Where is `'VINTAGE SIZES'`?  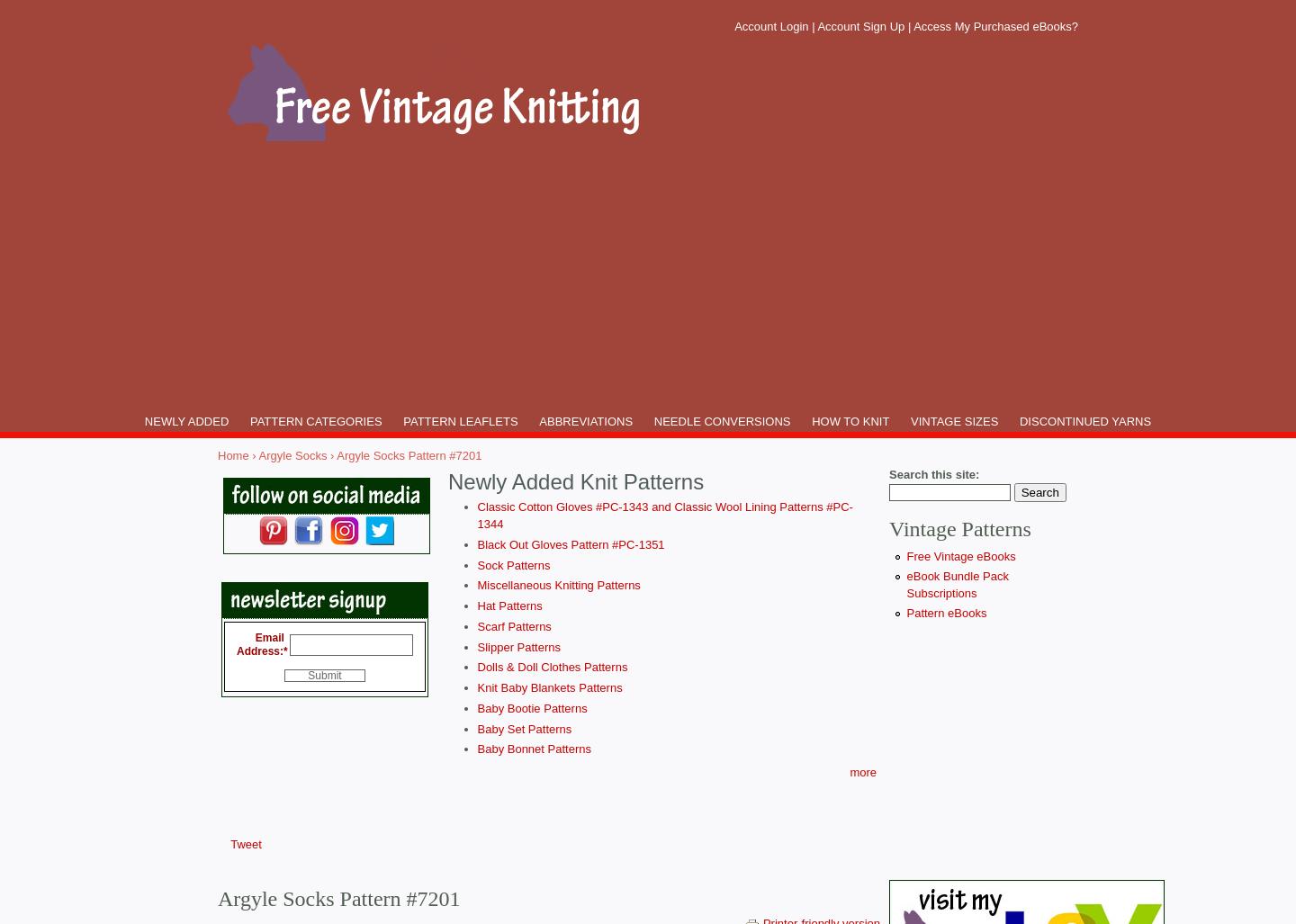 'VINTAGE SIZES' is located at coordinates (954, 421).